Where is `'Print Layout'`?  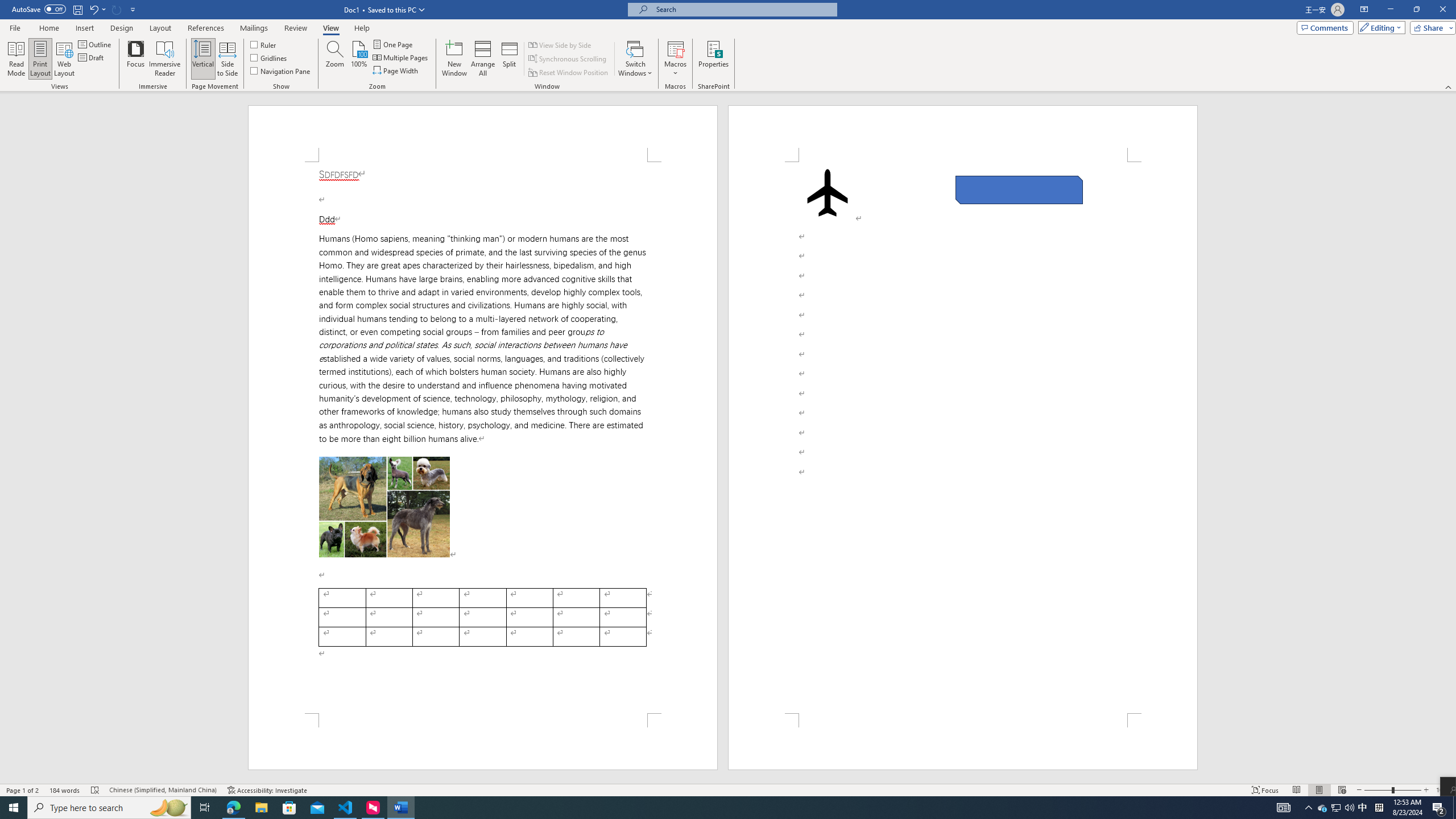
'Print Layout' is located at coordinates (40, 59).